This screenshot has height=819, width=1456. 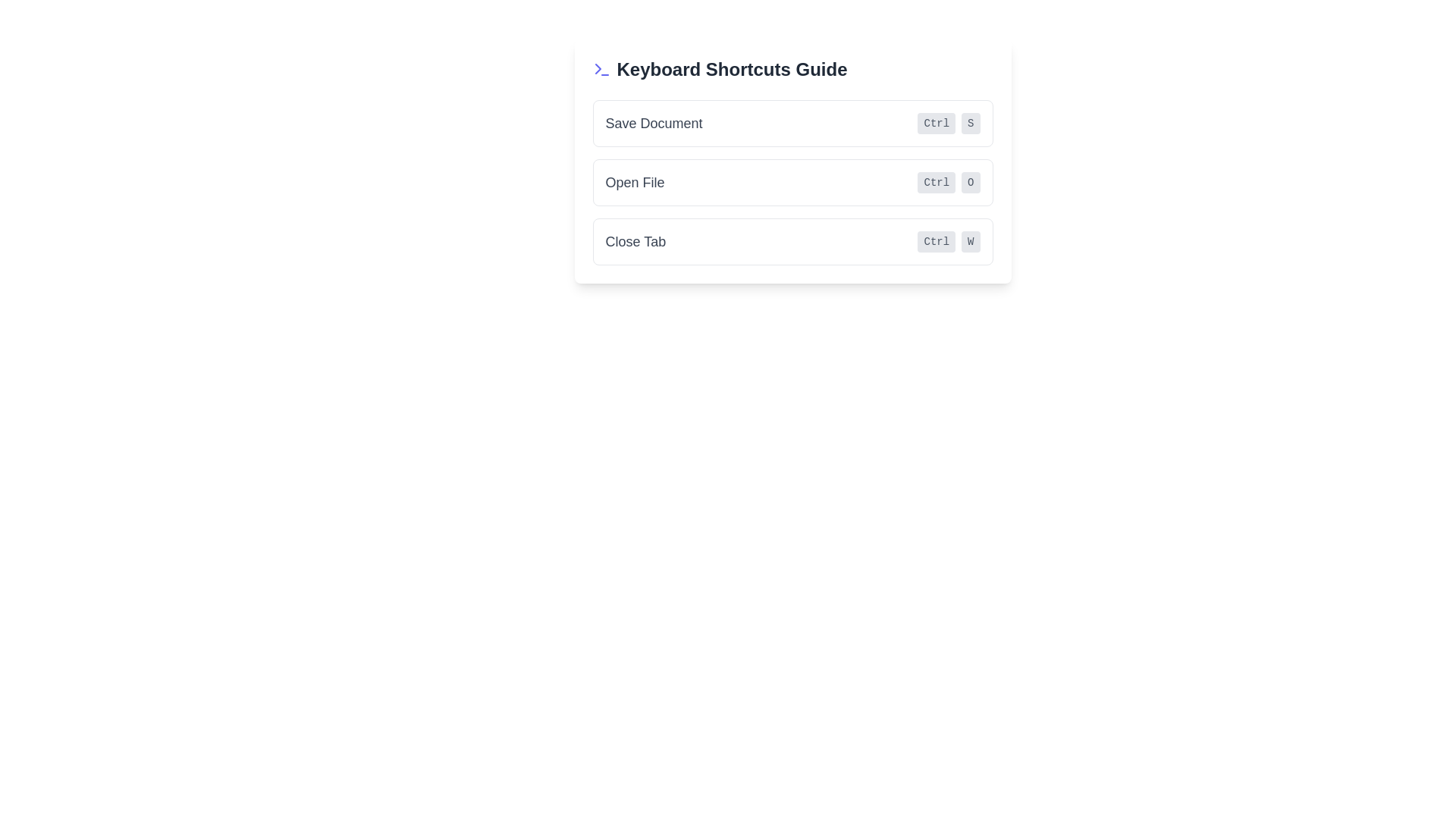 I want to click on the non-interactive vector graphic component of the terminal icon located at the top-left of the keyboard shortcuts guide panel, so click(x=597, y=69).